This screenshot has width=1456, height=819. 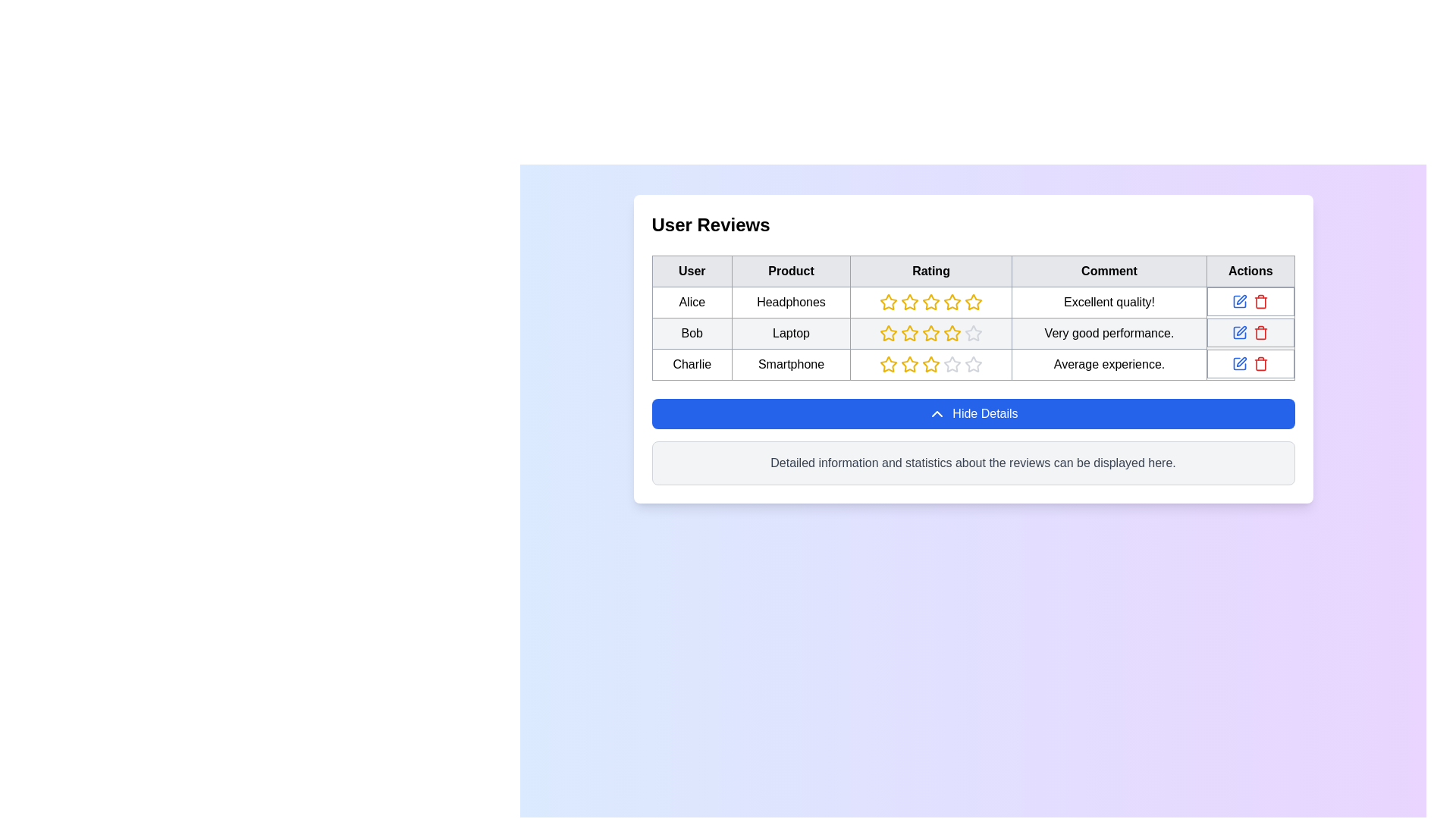 I want to click on the third star icon for rating associated with user 'Charlie' and the product 'Smartphone' to modify the rating, so click(x=974, y=364).